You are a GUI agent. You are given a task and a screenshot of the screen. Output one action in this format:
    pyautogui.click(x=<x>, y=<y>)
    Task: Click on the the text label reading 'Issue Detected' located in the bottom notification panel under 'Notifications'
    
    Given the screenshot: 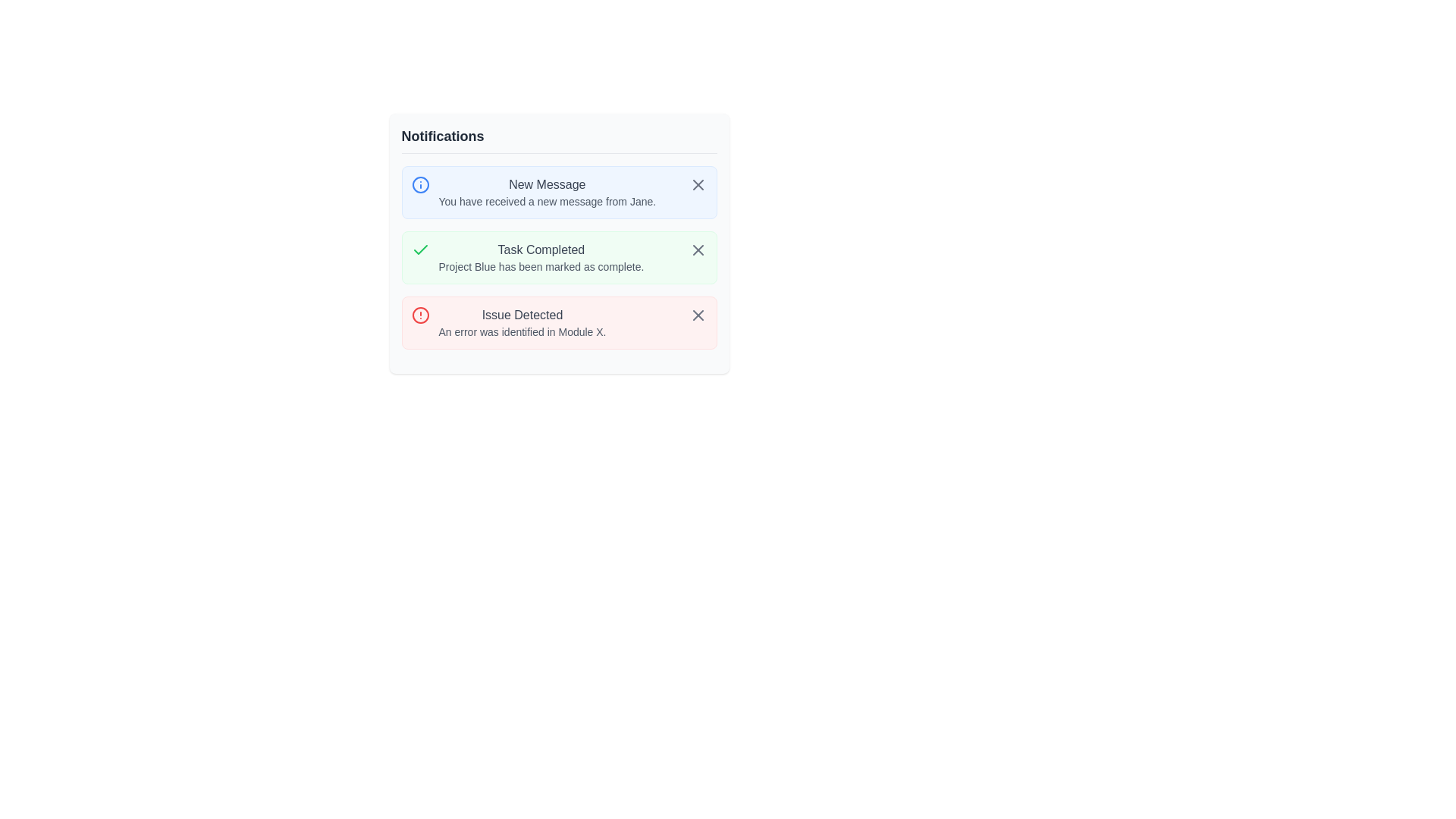 What is the action you would take?
    pyautogui.click(x=522, y=315)
    